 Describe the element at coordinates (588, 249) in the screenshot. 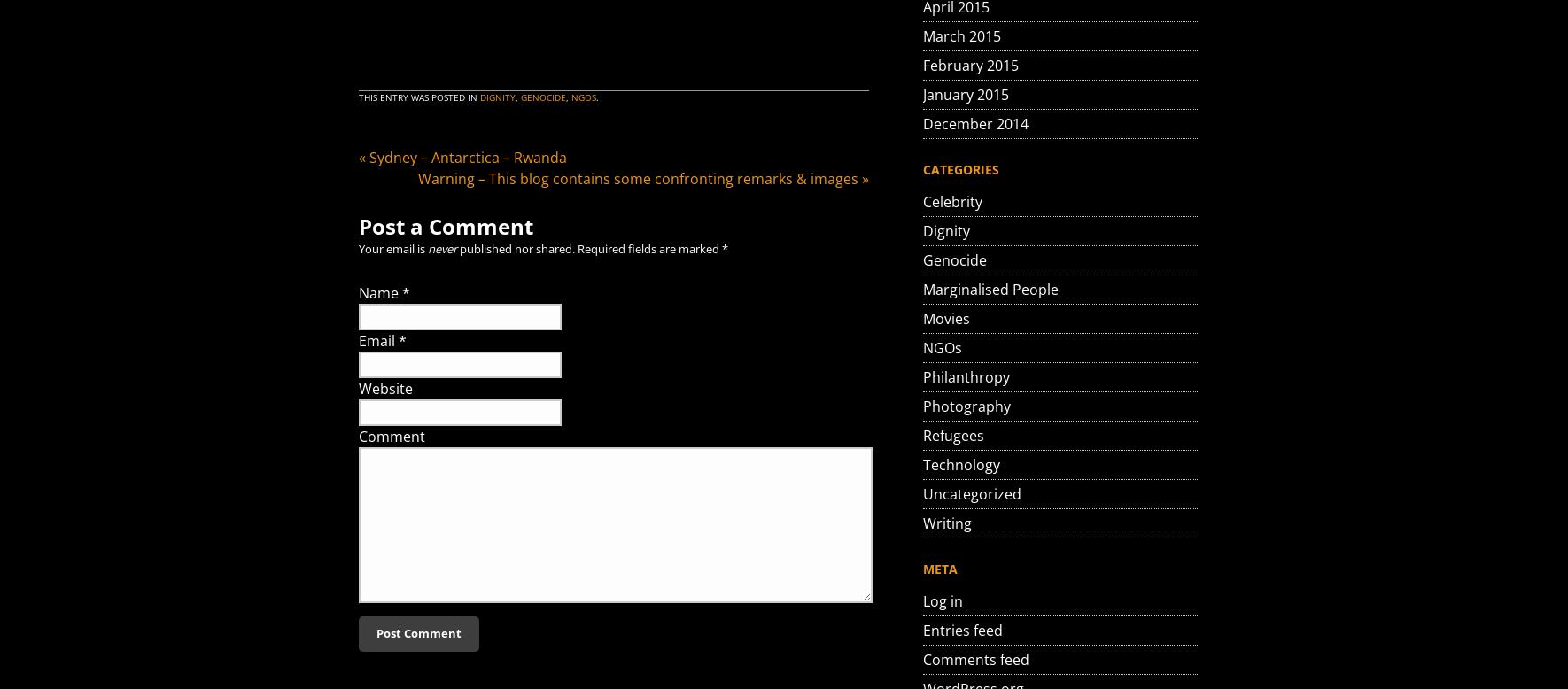

I see `'published nor shared. Required fields are marked'` at that location.